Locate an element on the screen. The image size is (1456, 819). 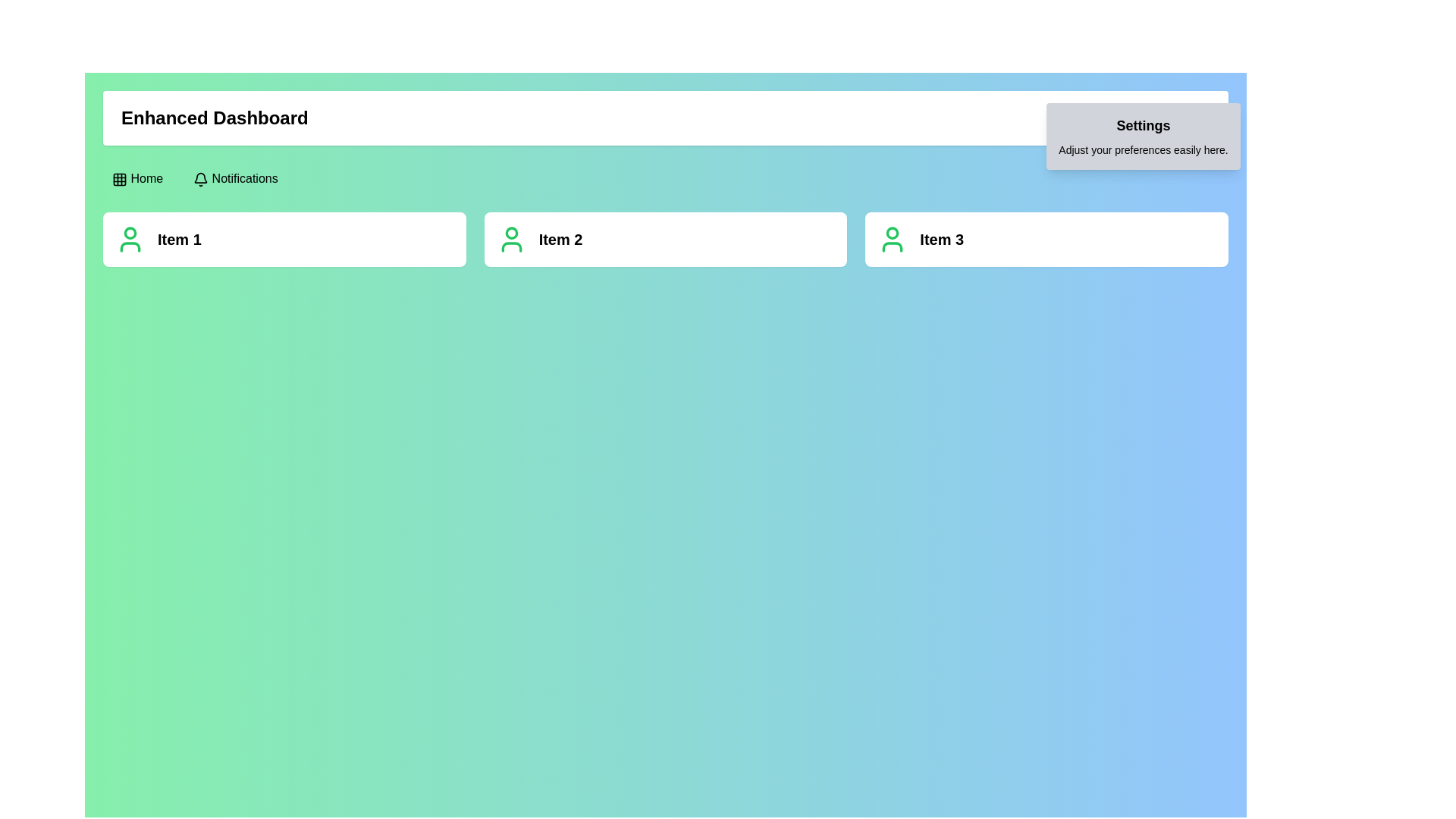
the hollow interior portion of the outlined bell icon located adjacent to the 'Notifications' label in the top navigation bar is located at coordinates (200, 177).